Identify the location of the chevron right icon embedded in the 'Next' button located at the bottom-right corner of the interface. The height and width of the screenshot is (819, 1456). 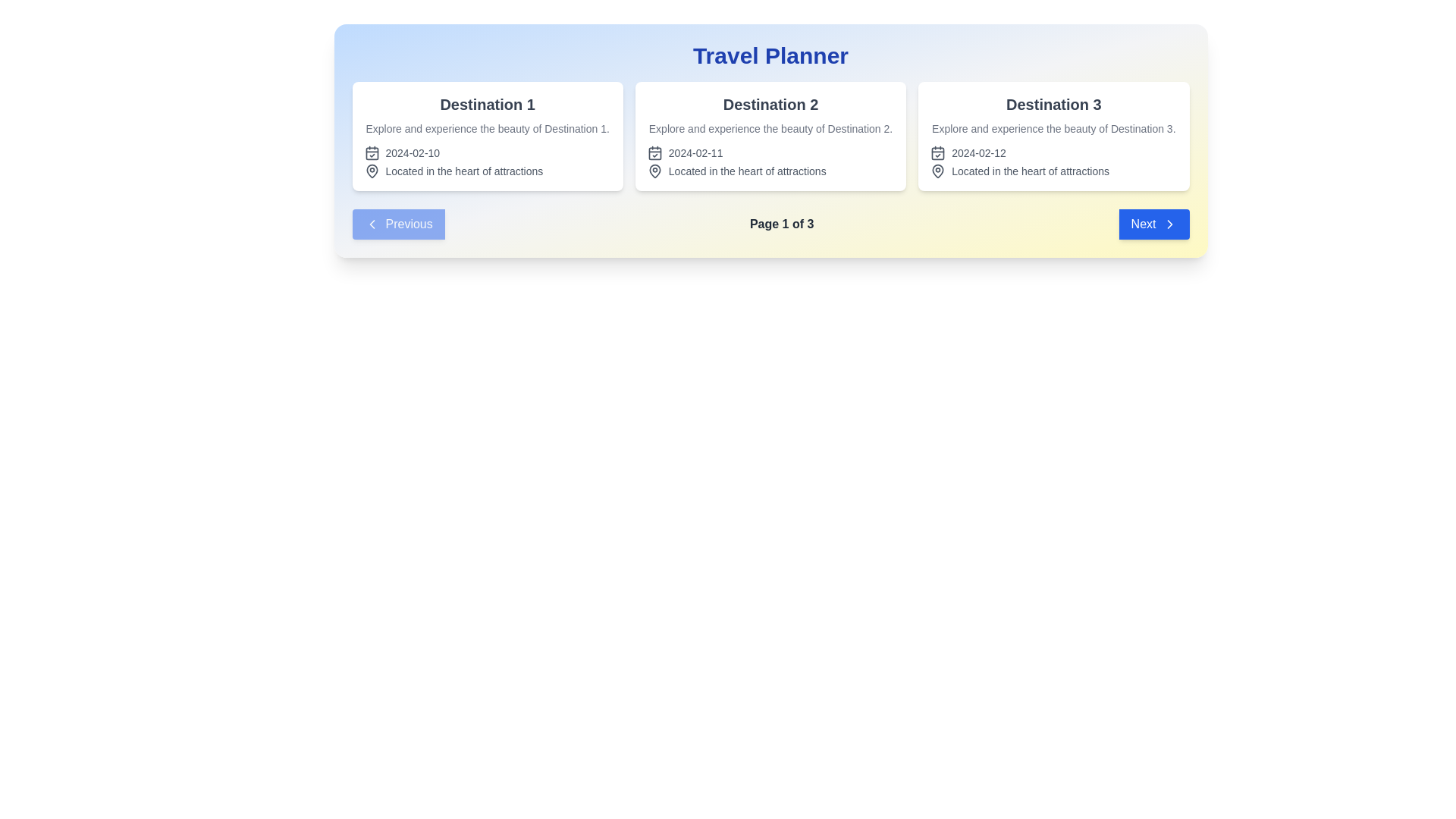
(1169, 224).